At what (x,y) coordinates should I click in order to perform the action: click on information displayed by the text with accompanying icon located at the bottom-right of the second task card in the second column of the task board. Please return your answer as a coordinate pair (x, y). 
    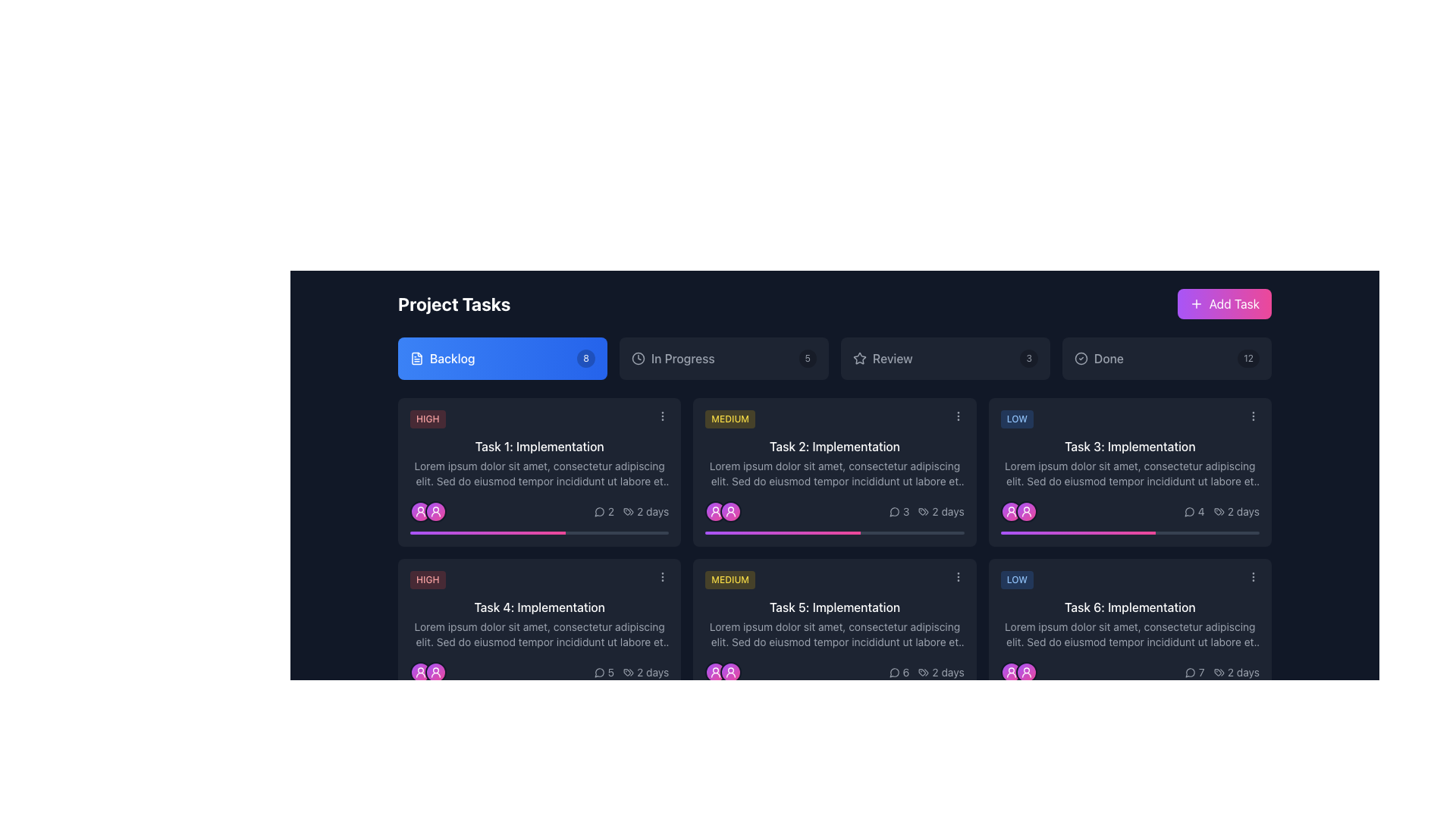
    Looking at the image, I should click on (940, 512).